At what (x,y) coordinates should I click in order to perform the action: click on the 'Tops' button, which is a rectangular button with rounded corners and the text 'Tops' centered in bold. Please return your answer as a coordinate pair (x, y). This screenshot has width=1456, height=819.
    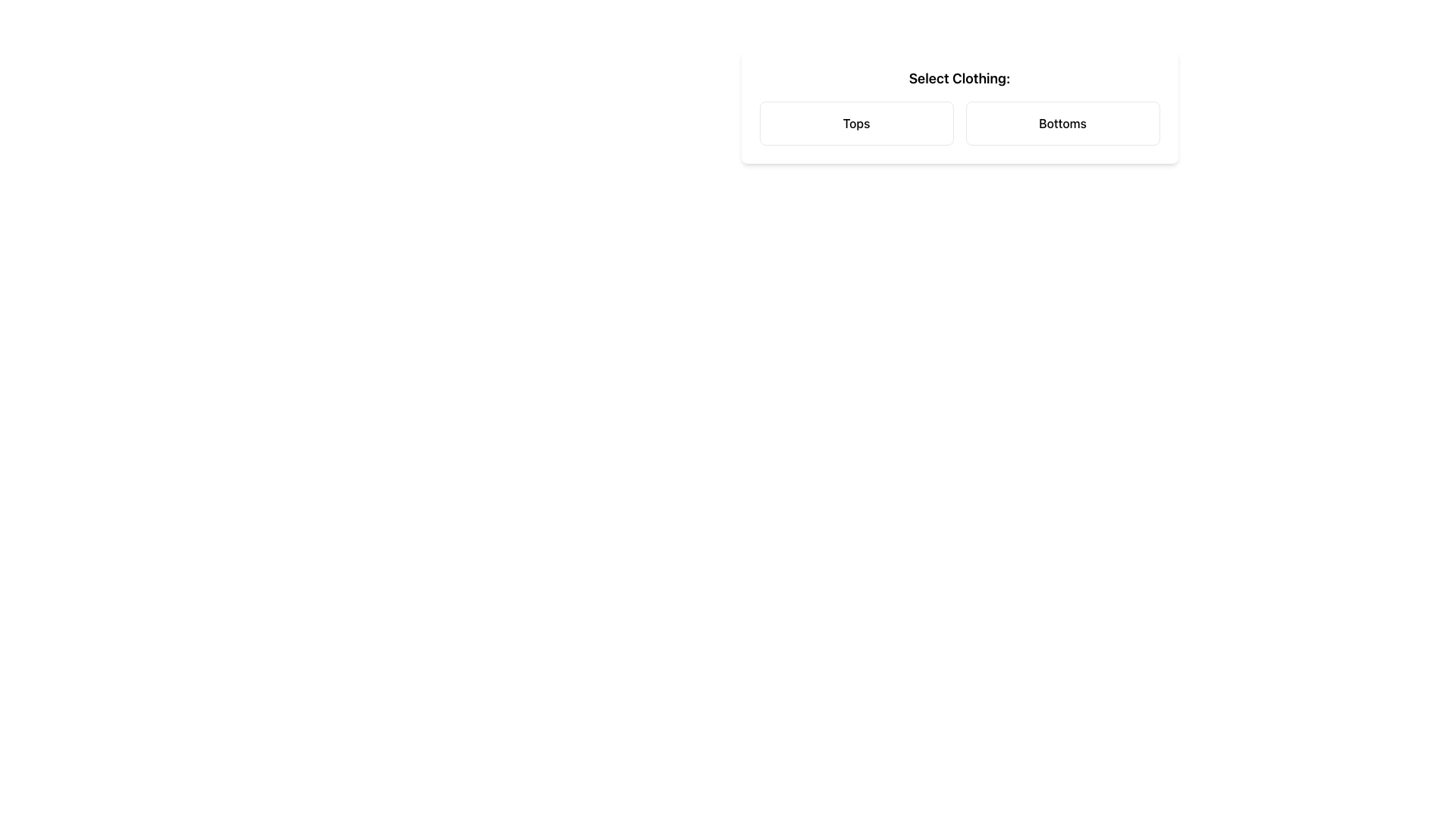
    Looking at the image, I should click on (856, 122).